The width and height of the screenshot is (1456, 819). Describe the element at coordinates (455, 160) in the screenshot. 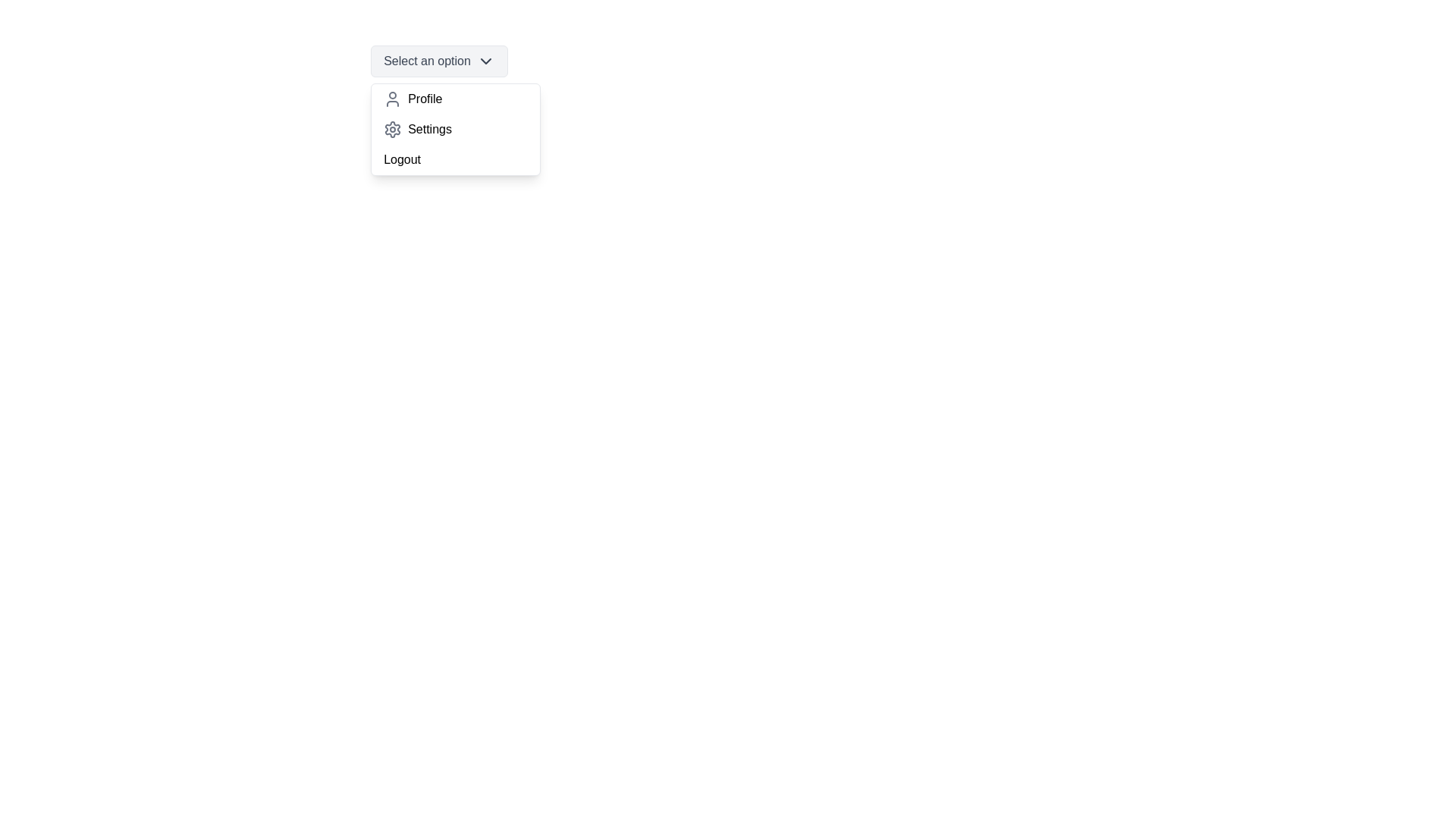

I see `the option Logout from the dropdown menu` at that location.